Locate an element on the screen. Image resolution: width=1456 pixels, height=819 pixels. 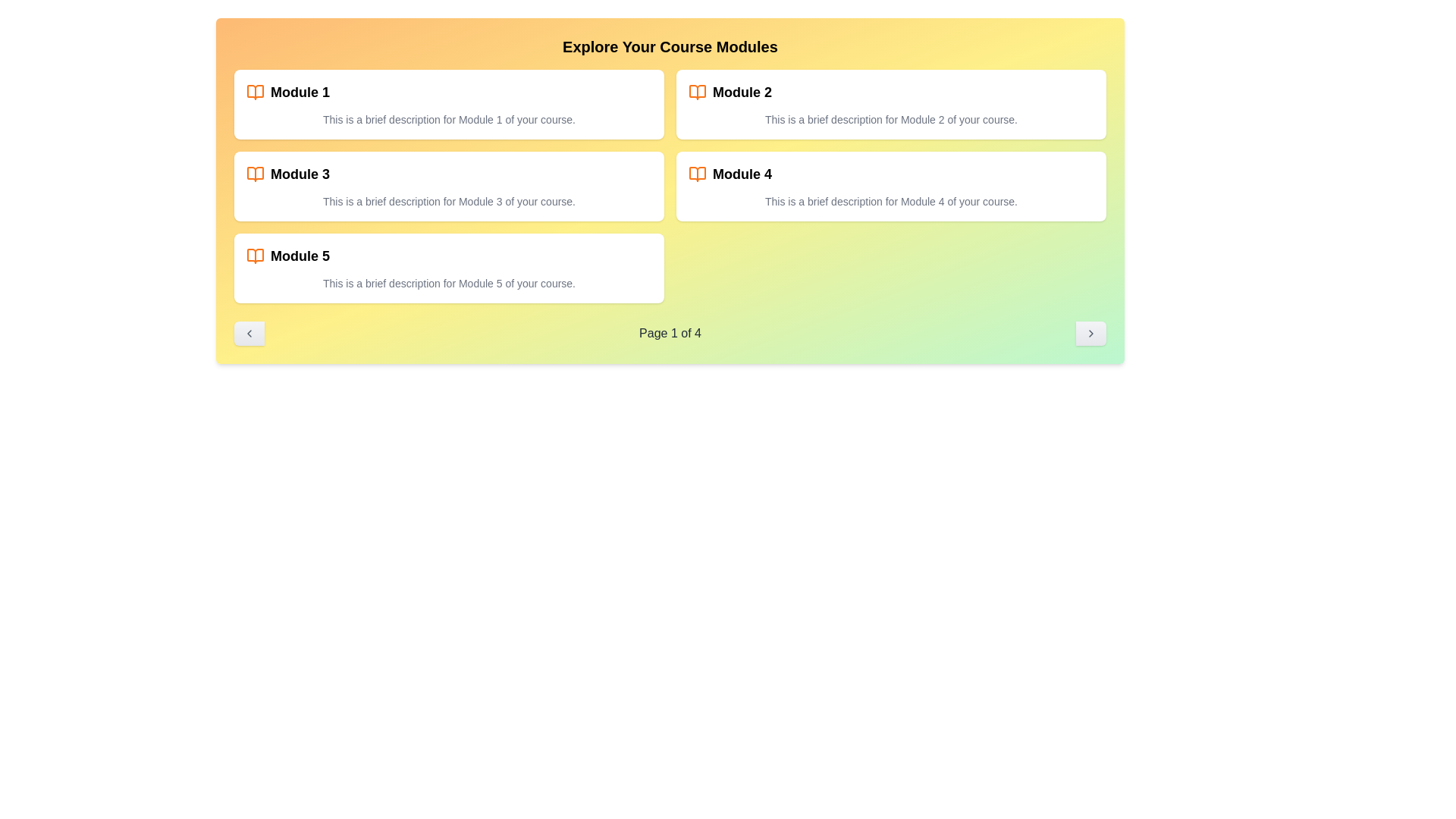
the text label displaying 'Module 5', which is bold and larger-sized, indicating its significance as a title in the bottom-left quadrant of the interface is located at coordinates (300, 256).